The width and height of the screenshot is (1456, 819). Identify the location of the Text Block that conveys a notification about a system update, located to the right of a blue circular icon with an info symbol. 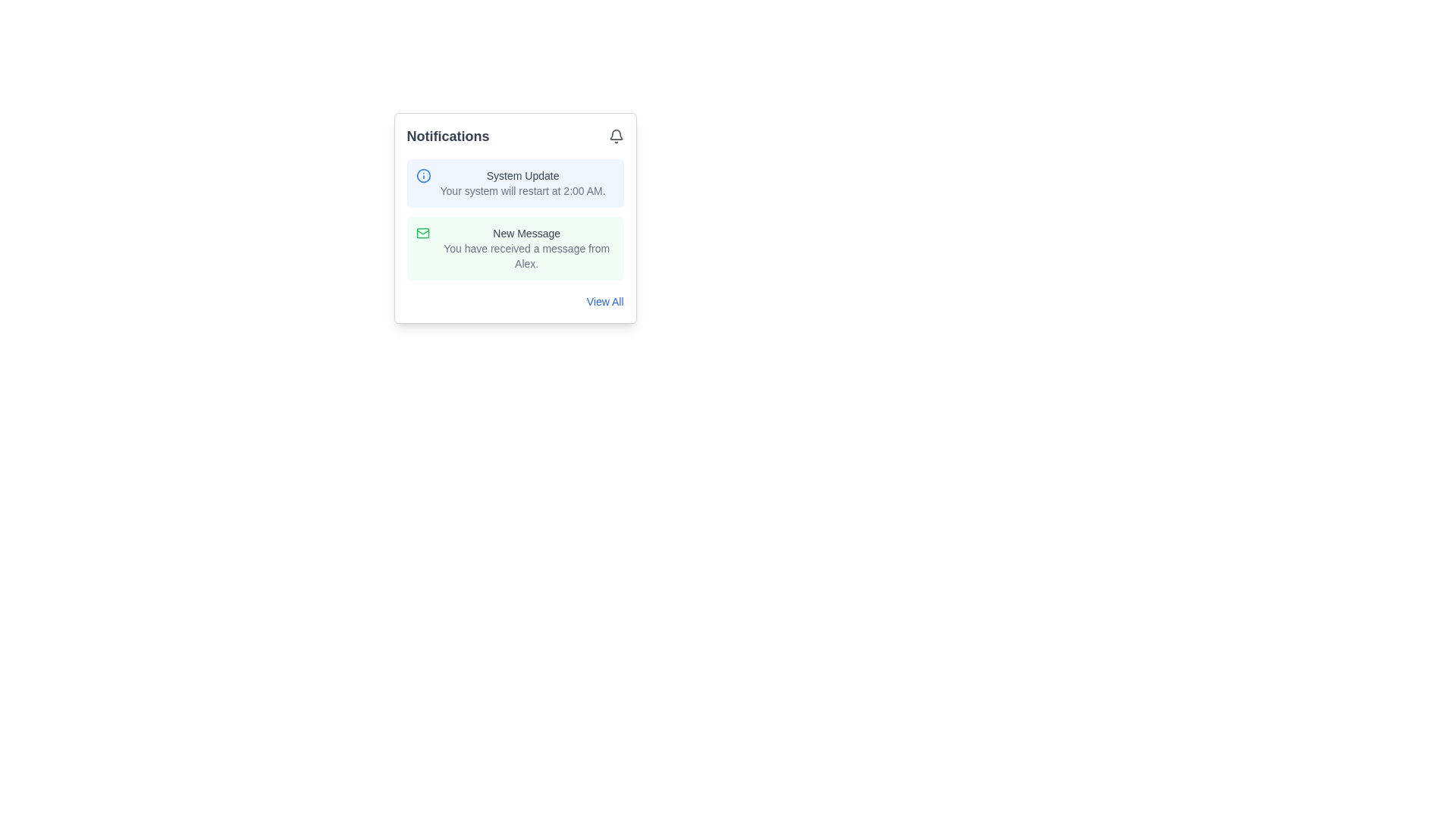
(522, 183).